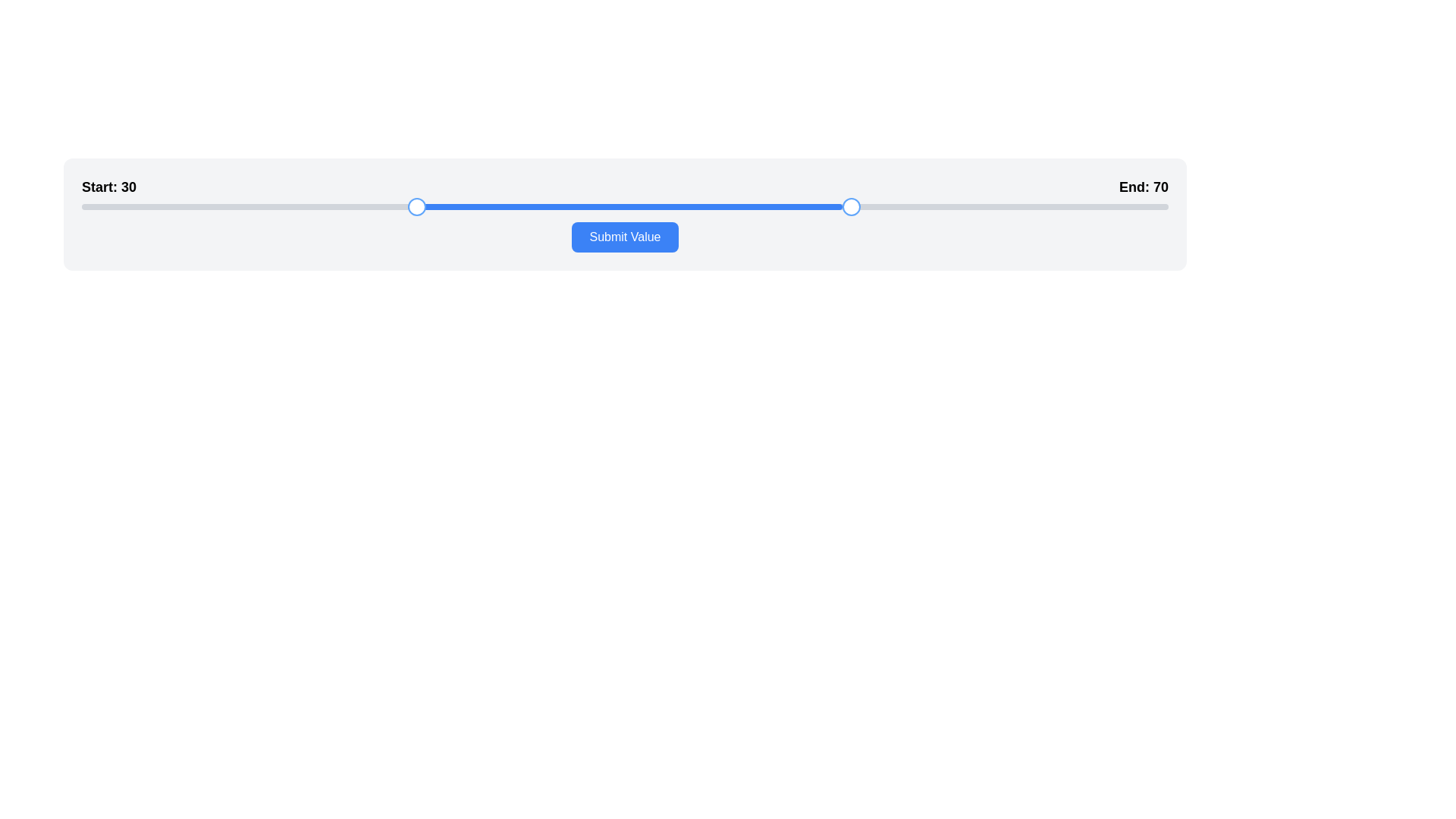  Describe the element at coordinates (742, 207) in the screenshot. I see `the slider thumb` at that location.